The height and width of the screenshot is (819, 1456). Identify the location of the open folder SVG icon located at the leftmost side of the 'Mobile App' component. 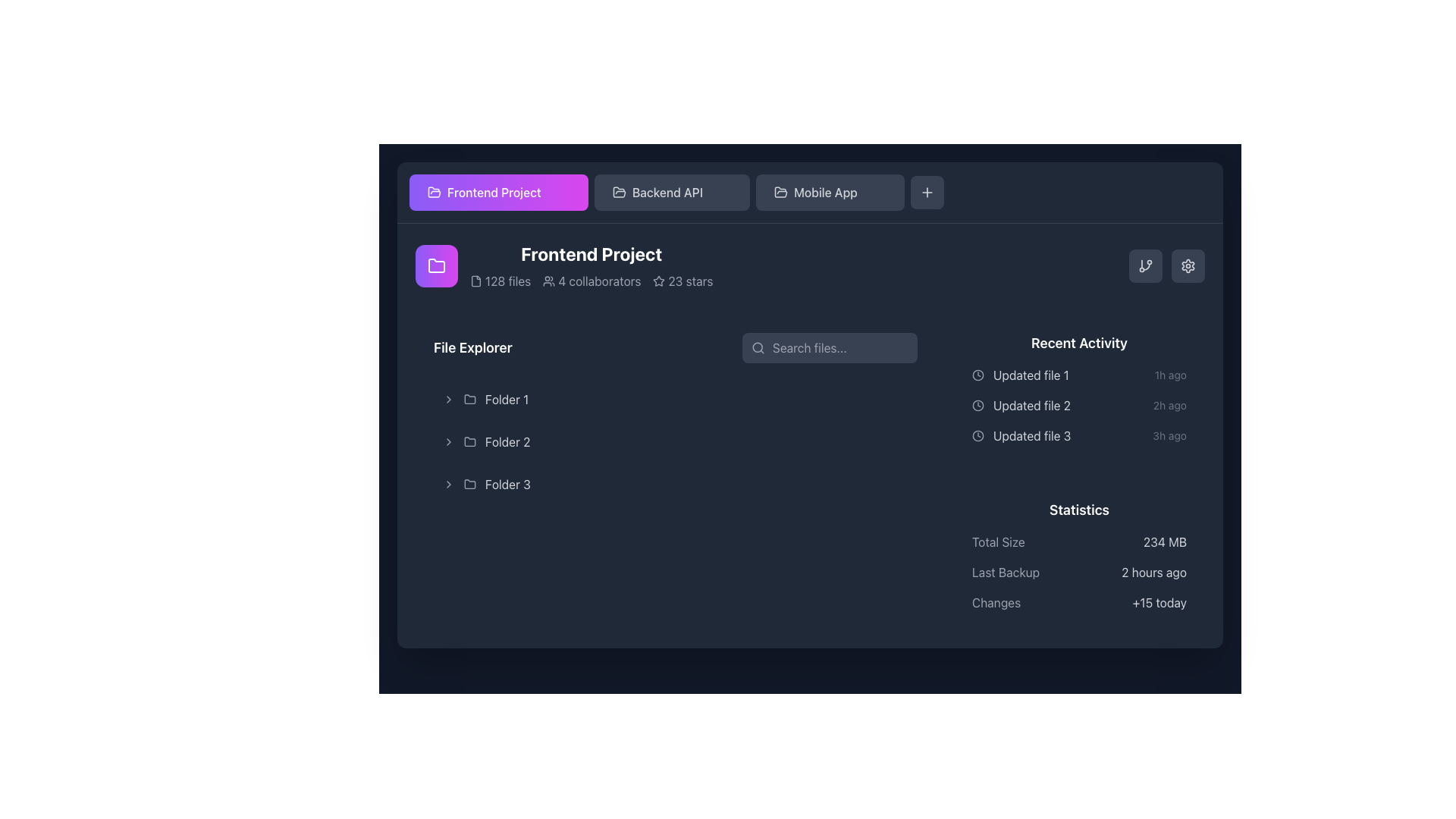
(781, 192).